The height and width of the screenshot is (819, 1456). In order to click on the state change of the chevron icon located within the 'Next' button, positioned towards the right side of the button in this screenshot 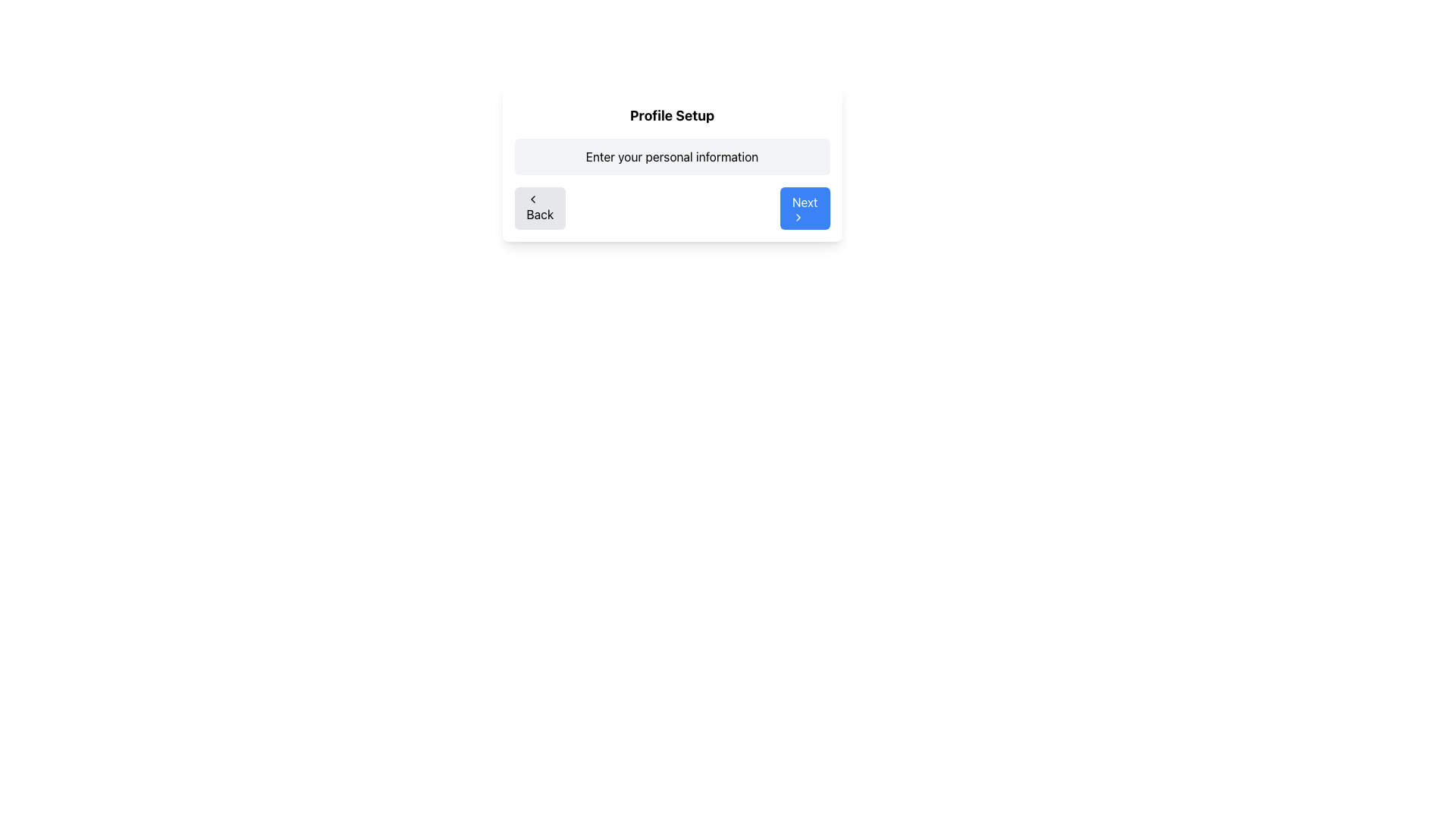, I will do `click(797, 217)`.